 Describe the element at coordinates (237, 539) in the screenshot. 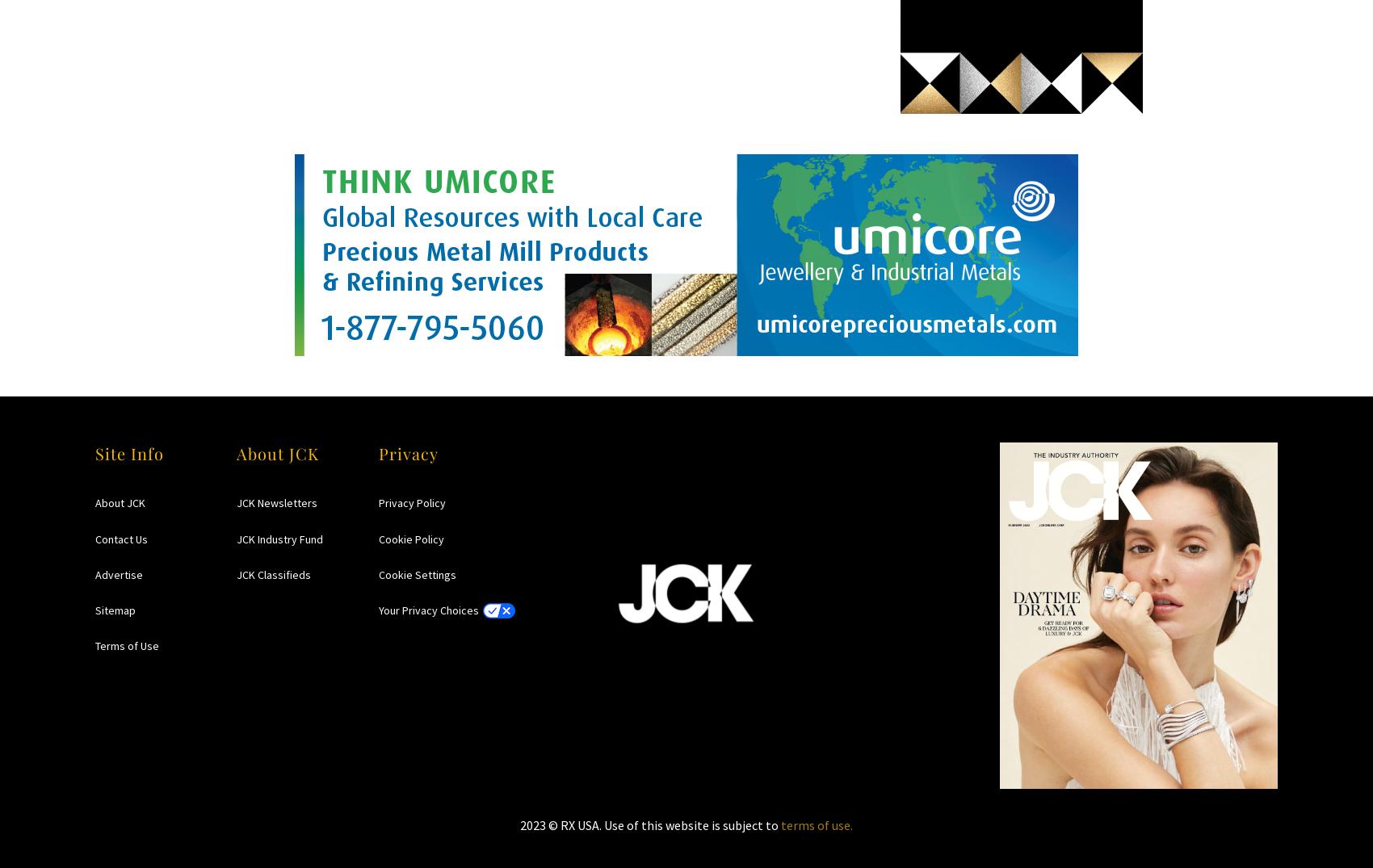

I see `'JCK Industry Fund'` at that location.